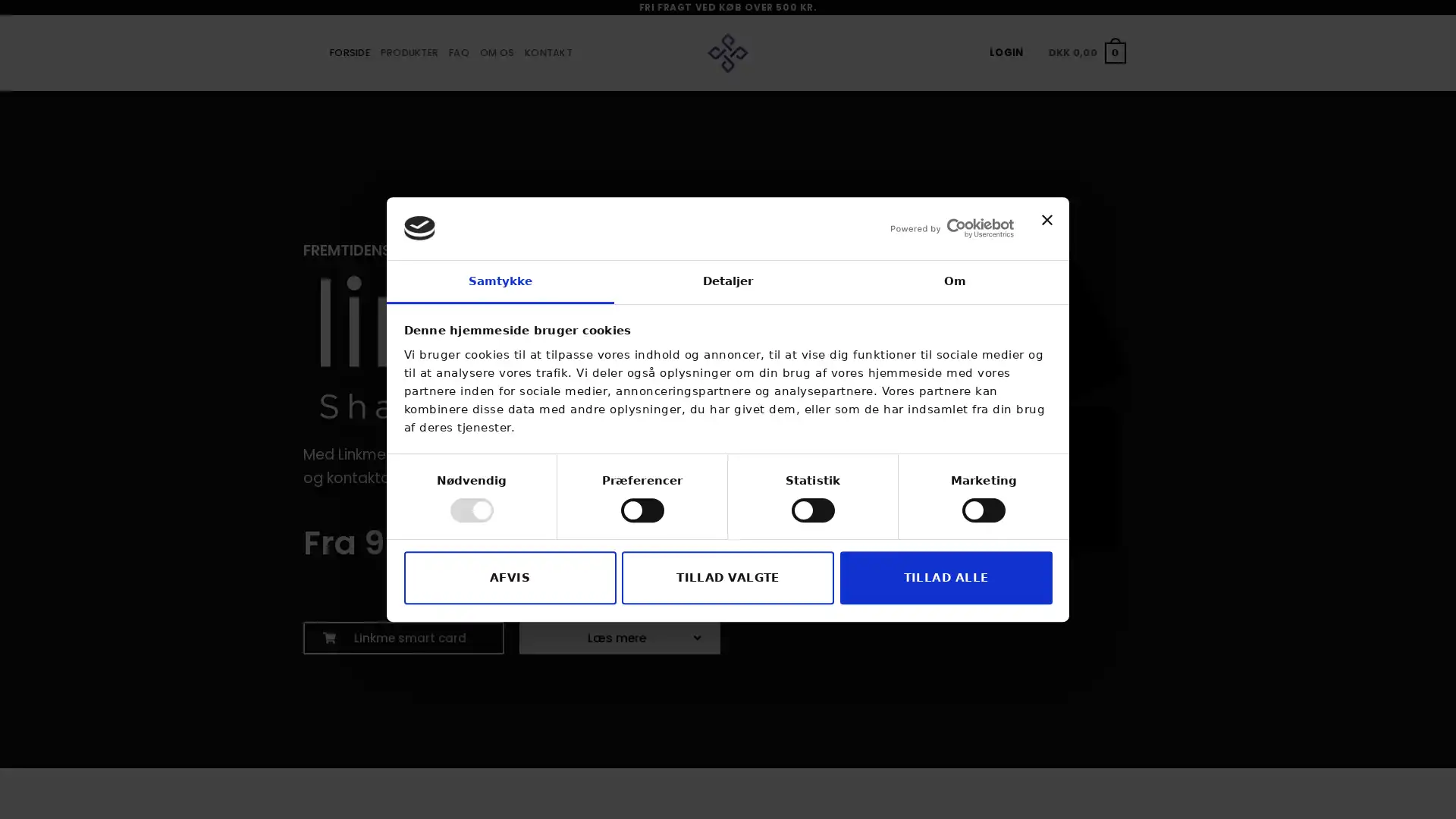 The height and width of the screenshot is (819, 1456). What do you see at coordinates (403, 638) in the screenshot?
I see `Linkme smart card` at bounding box center [403, 638].